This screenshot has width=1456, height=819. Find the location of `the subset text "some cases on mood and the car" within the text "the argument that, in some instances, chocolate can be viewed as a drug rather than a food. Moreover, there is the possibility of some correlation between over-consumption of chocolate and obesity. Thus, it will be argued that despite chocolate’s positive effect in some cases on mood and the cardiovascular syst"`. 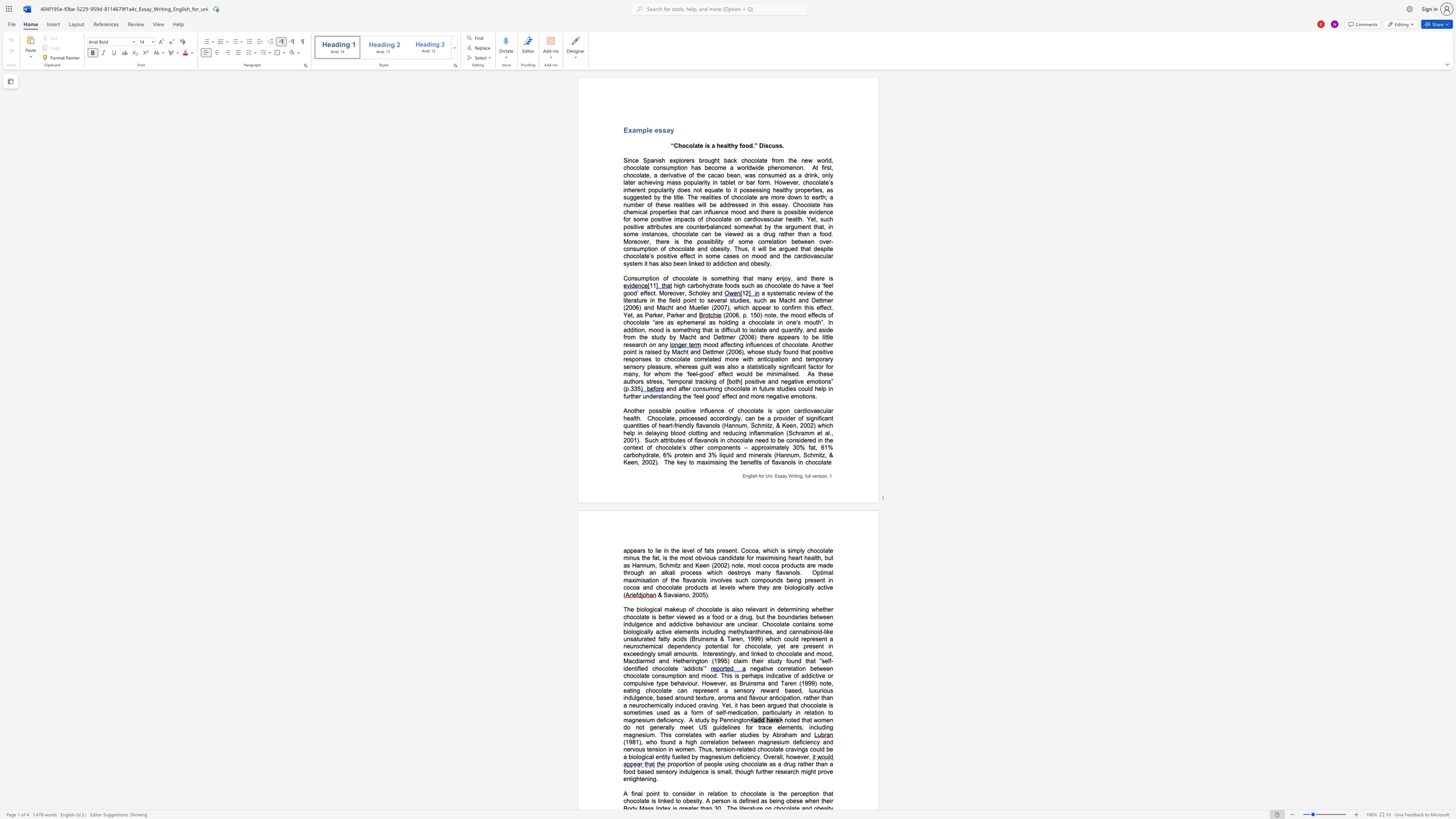

the subset text "some cases on mood and the car" within the text "the argument that, in some instances, chocolate can be viewed as a drug rather than a food. Moreover, there is the possibility of some correlation between over-consumption of chocolate and obesity. Thus, it will be argued that despite chocolate’s positive effect in some cases on mood and the cardiovascular syst" is located at coordinates (704, 255).